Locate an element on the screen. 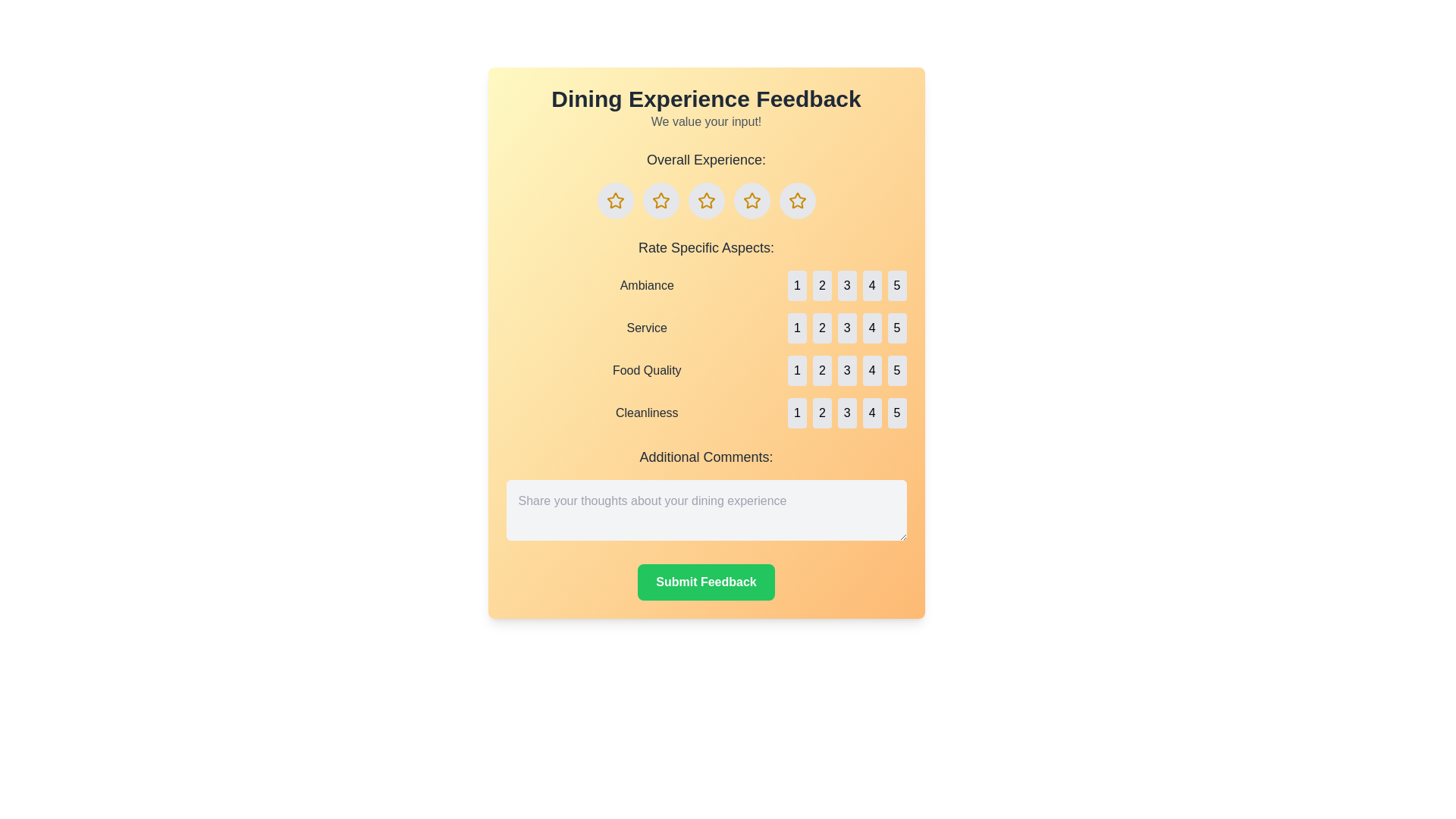 This screenshot has width=1456, height=819. the second button with the number '2' in the 'Cleanliness' section of the 'Rate Specific Aspects' group for selection is located at coordinates (821, 413).